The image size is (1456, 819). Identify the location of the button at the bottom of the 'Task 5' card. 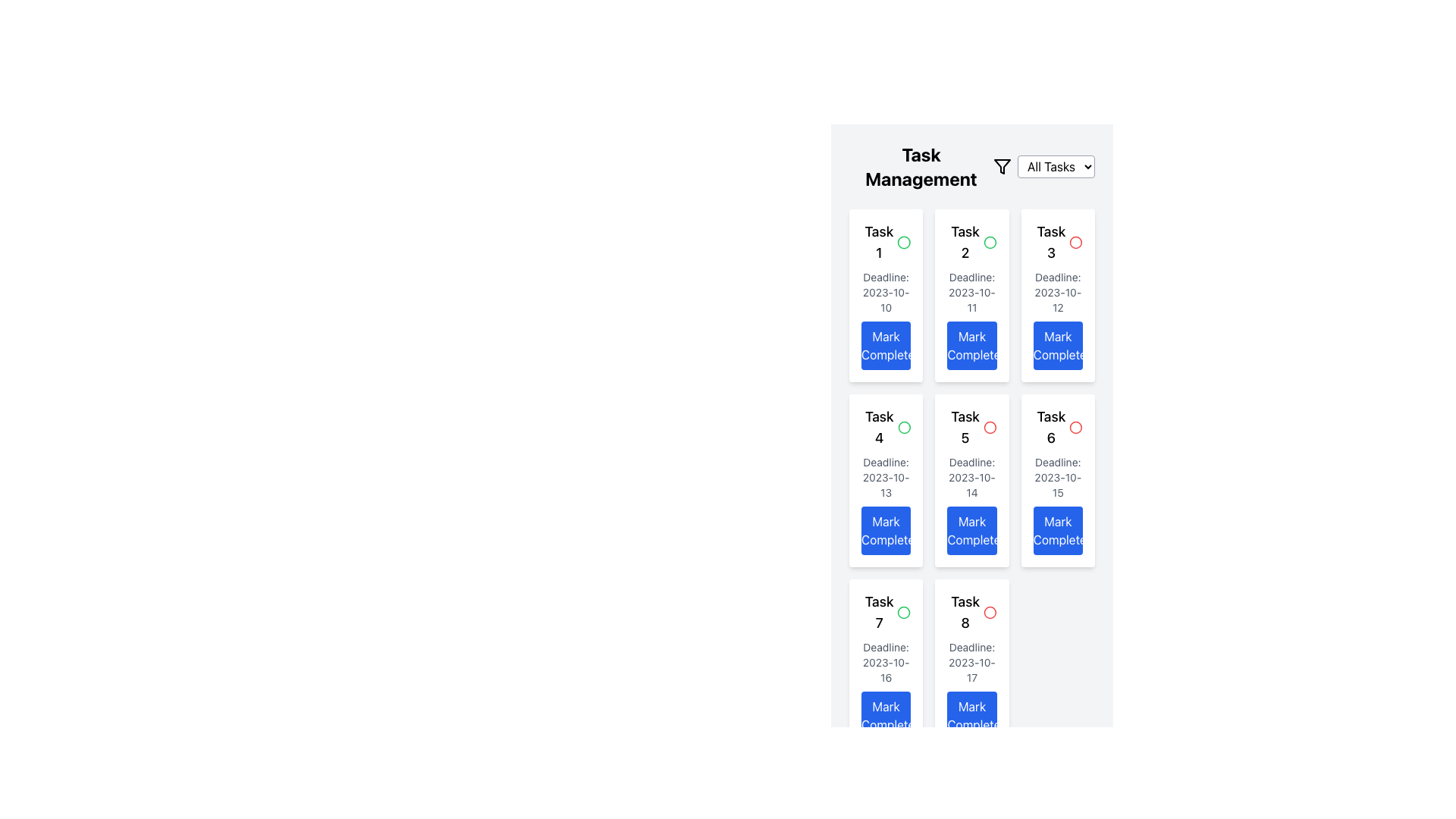
(971, 529).